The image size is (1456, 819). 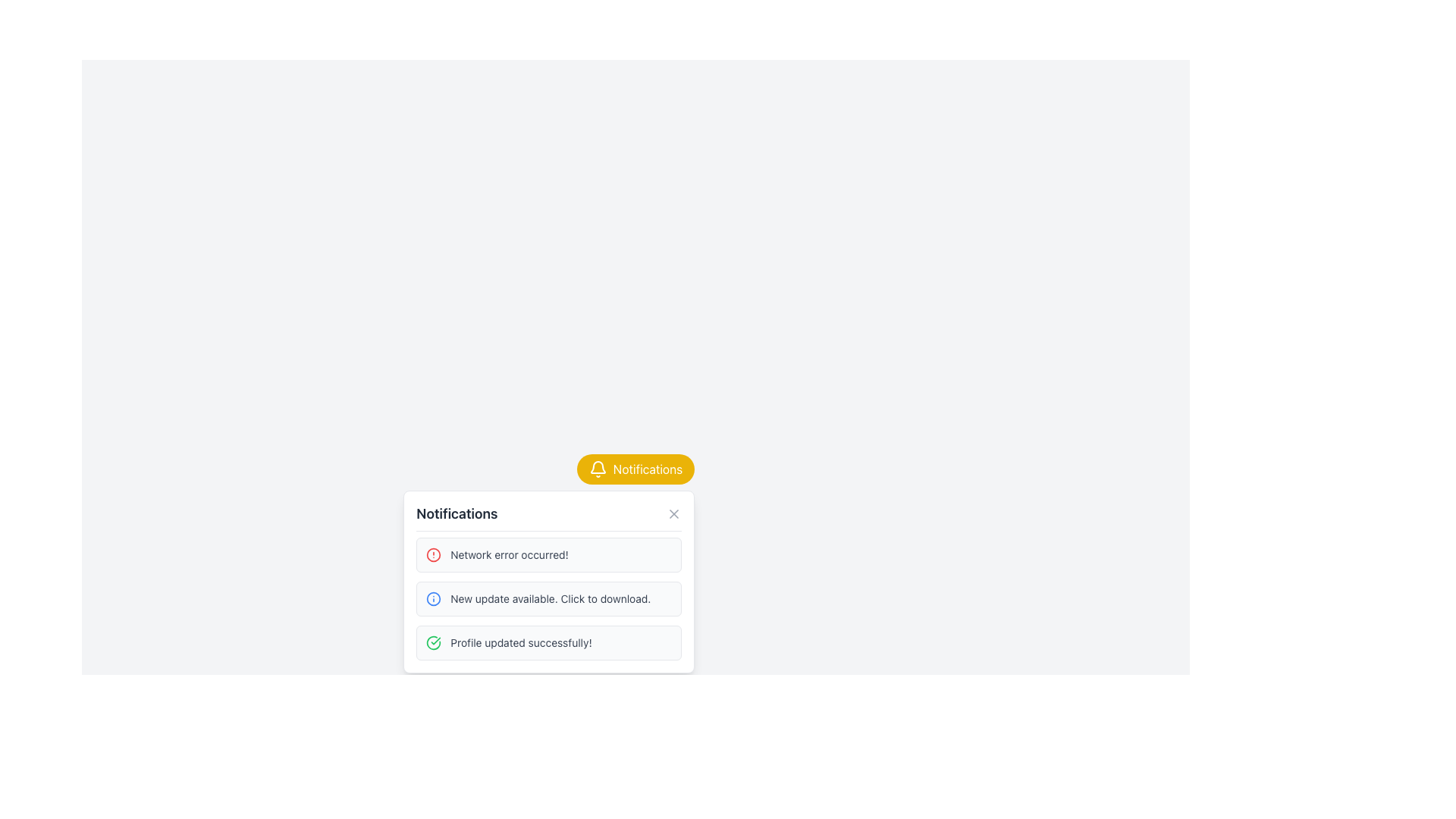 I want to click on text notification that says 'Profile updated successfully!' which appears in a small gray font below the other notifications in the notification list, so click(x=521, y=643).